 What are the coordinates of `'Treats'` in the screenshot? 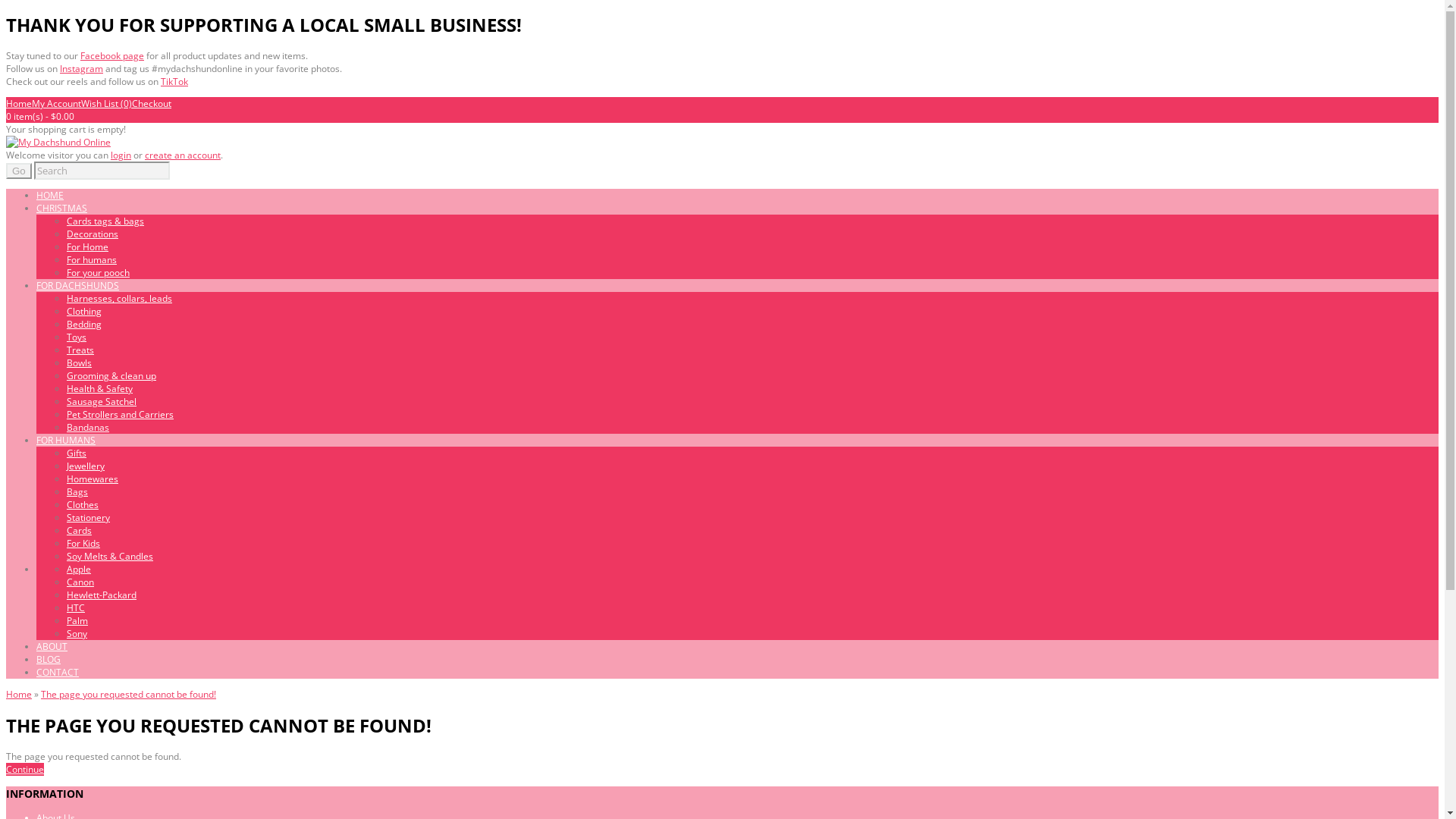 It's located at (79, 350).